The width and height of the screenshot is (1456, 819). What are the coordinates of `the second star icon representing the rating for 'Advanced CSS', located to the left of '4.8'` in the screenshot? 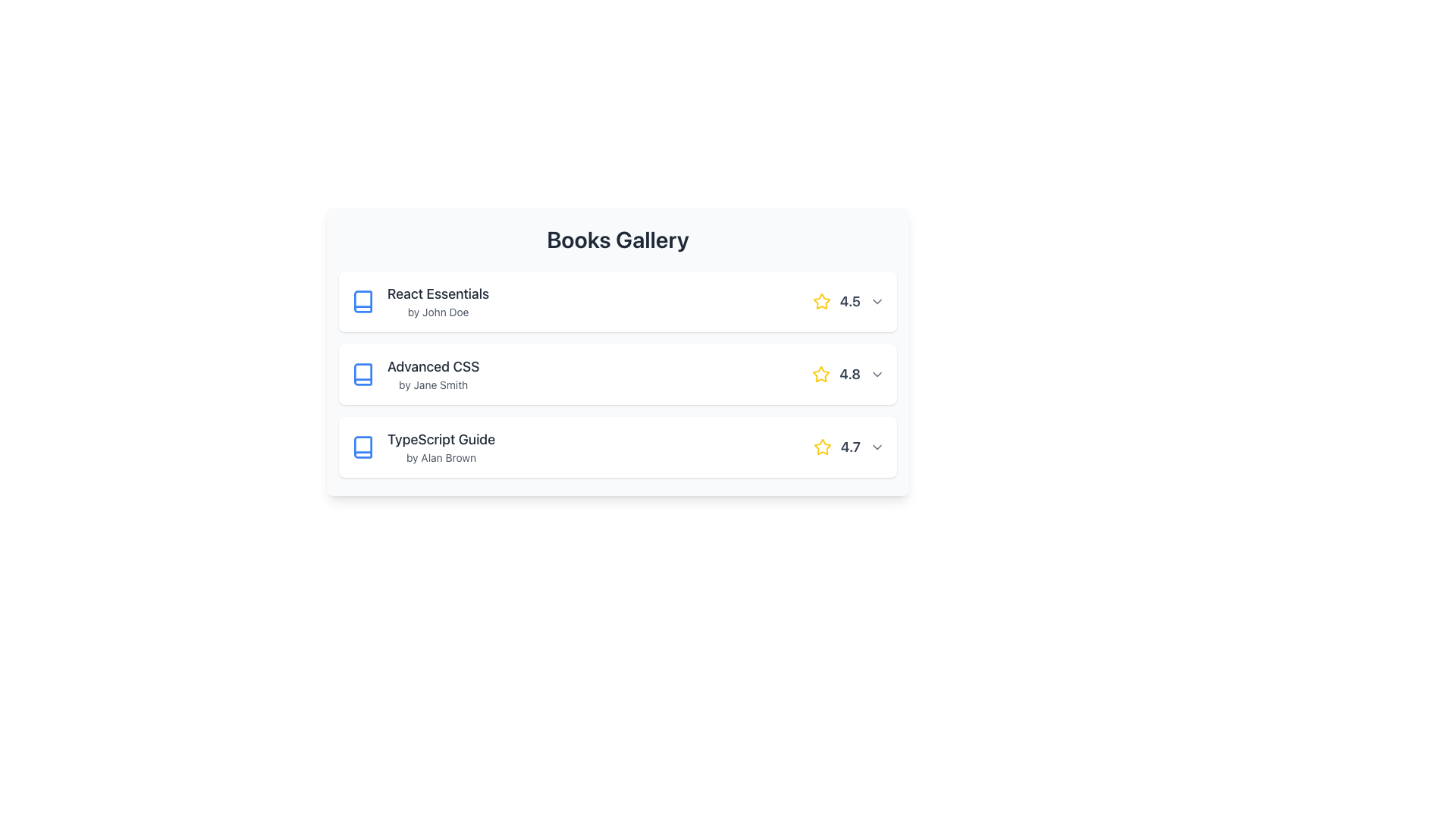 It's located at (821, 374).